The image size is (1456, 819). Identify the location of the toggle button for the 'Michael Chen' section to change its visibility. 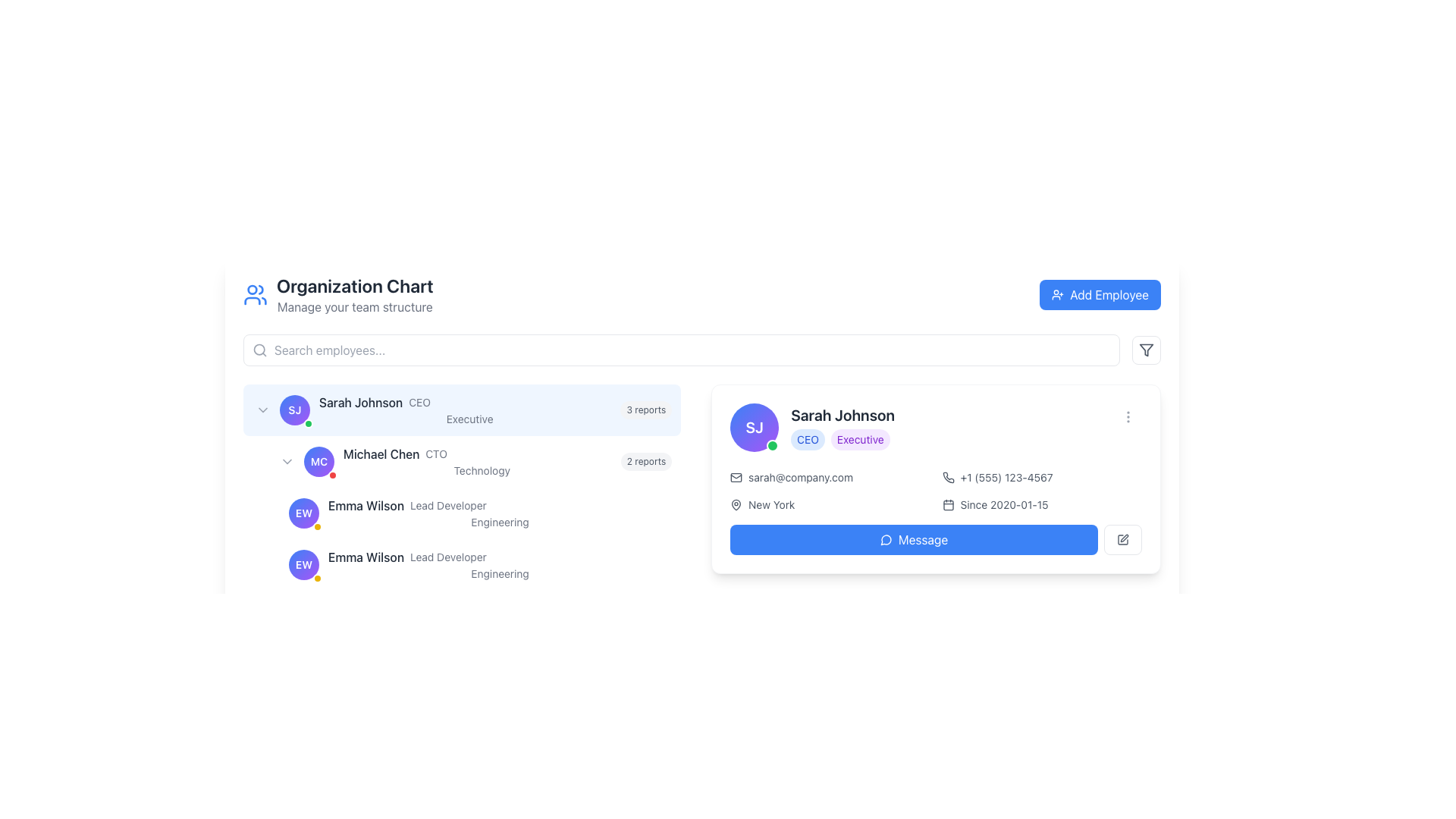
(287, 461).